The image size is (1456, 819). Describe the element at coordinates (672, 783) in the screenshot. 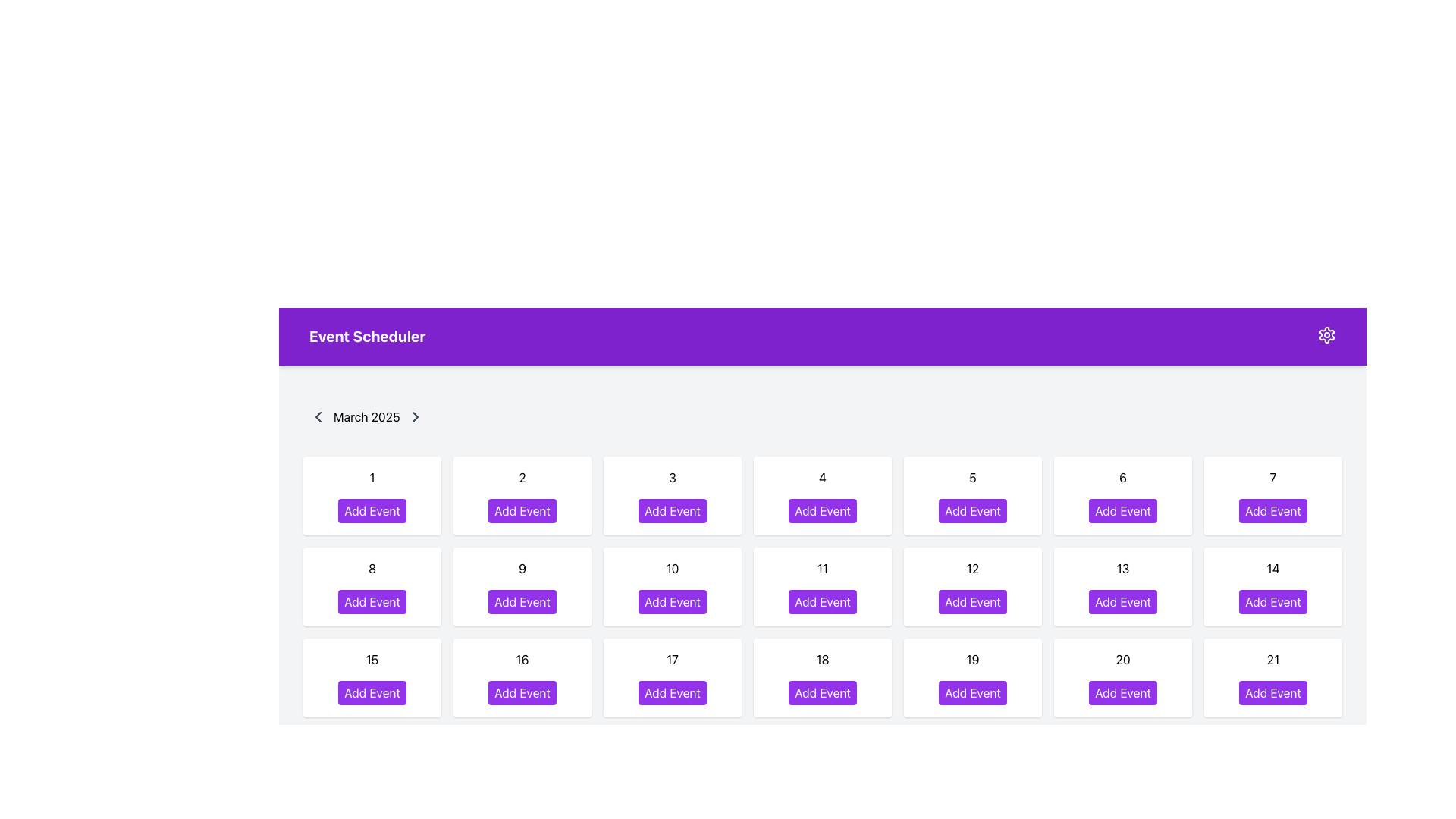

I see `the button in the calendar interface that allows the user` at that location.